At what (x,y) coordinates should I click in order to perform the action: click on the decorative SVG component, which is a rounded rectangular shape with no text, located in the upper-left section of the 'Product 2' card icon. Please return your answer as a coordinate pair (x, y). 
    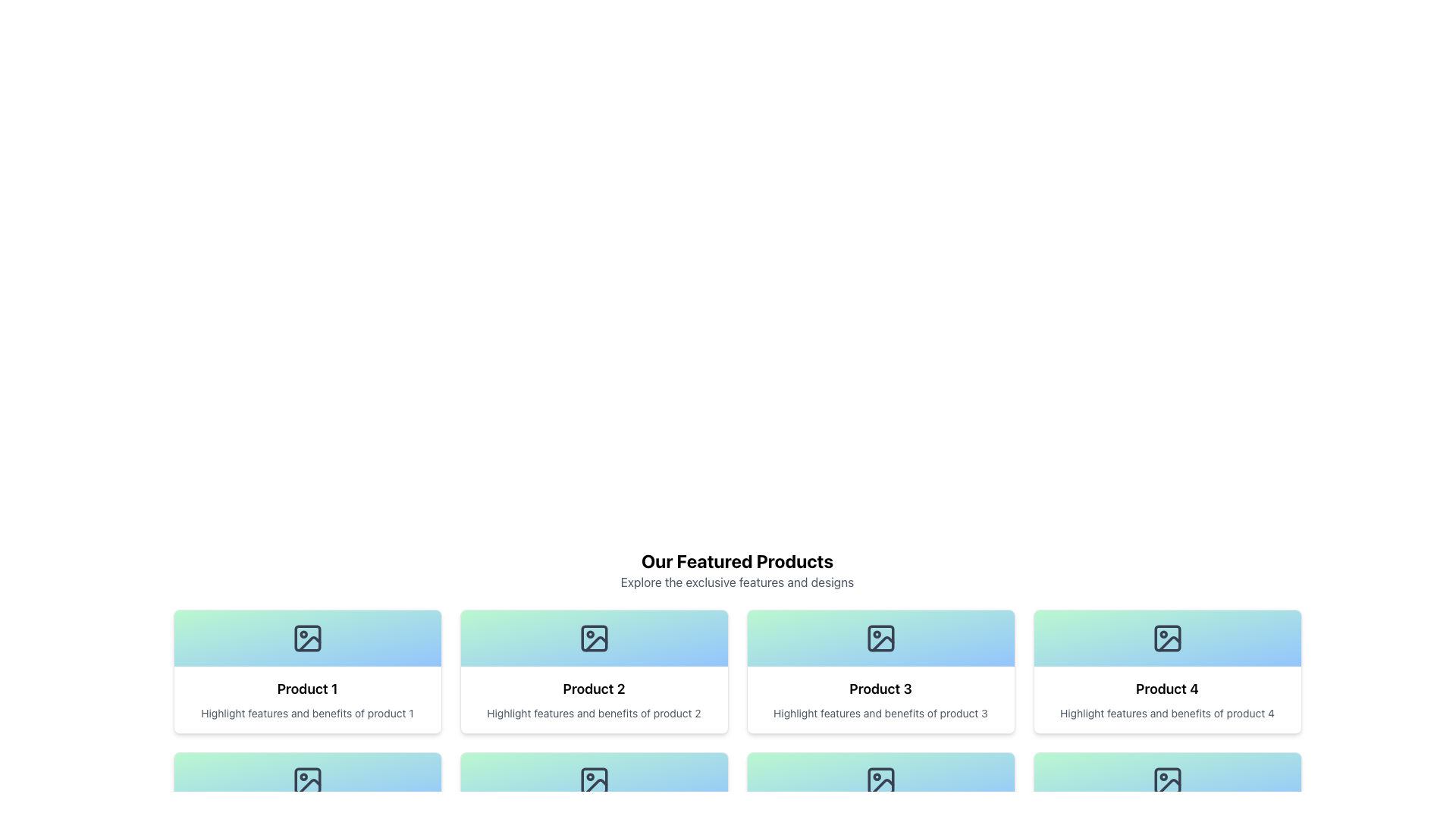
    Looking at the image, I should click on (593, 638).